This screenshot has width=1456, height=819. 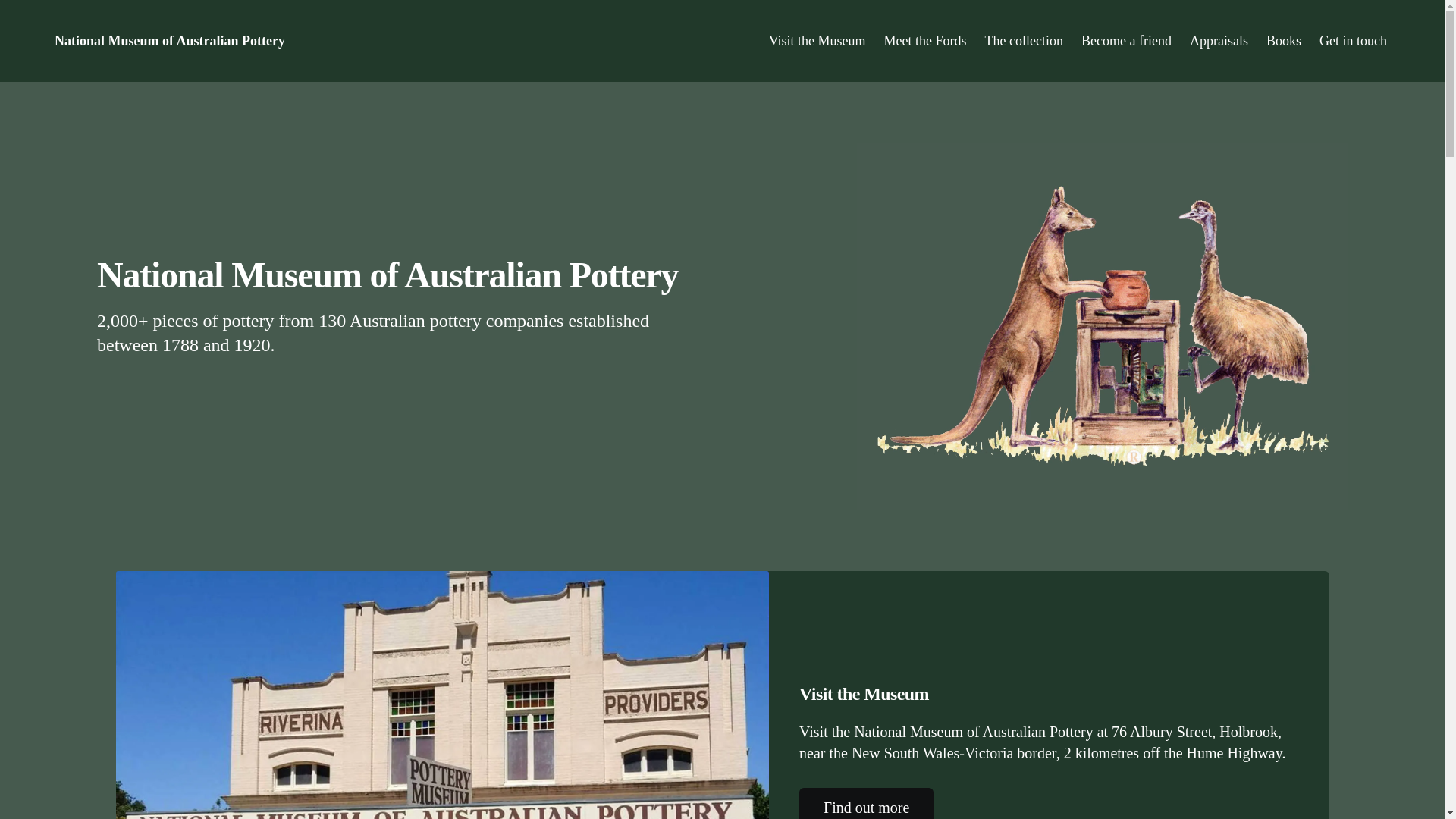 I want to click on 'National Museum of, so click(x=170, y=40).